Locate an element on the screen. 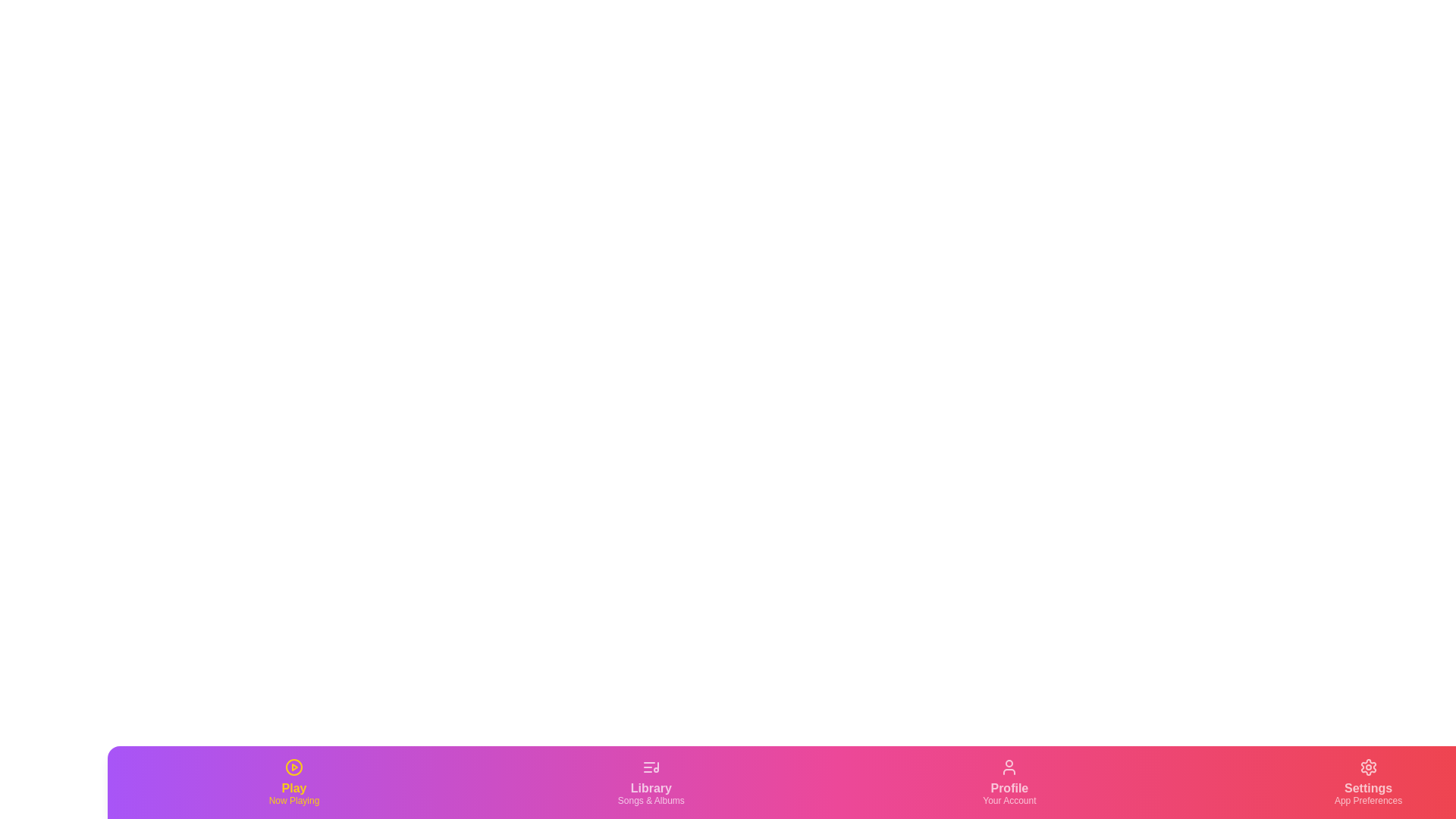  the Profile tab is located at coordinates (1009, 783).